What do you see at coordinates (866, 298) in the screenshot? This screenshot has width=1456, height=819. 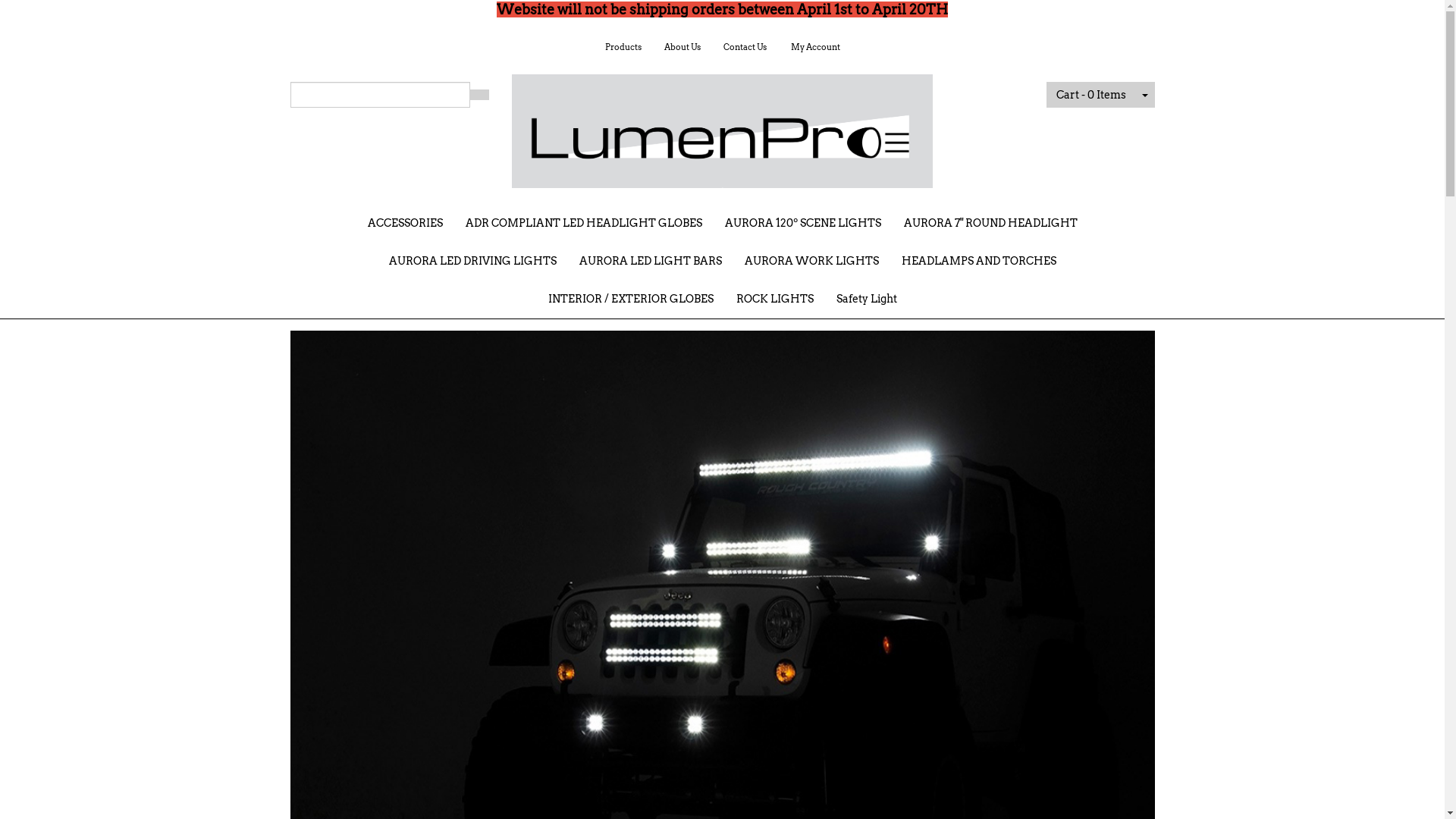 I see `'Safety Light'` at bounding box center [866, 298].